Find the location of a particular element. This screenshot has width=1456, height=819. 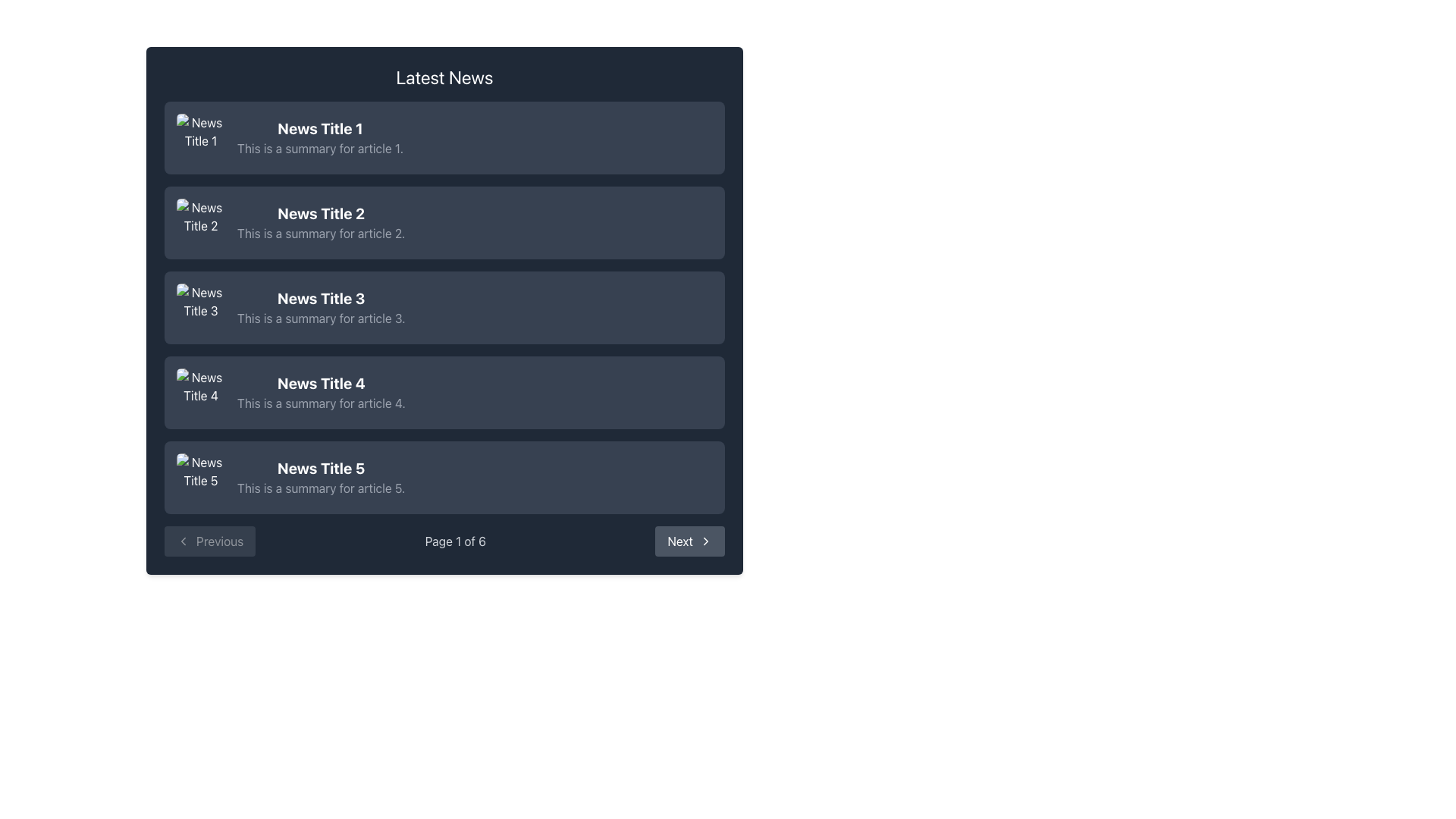

the 'Next' button located in the pagination control at the bottom right, which is used is located at coordinates (689, 540).